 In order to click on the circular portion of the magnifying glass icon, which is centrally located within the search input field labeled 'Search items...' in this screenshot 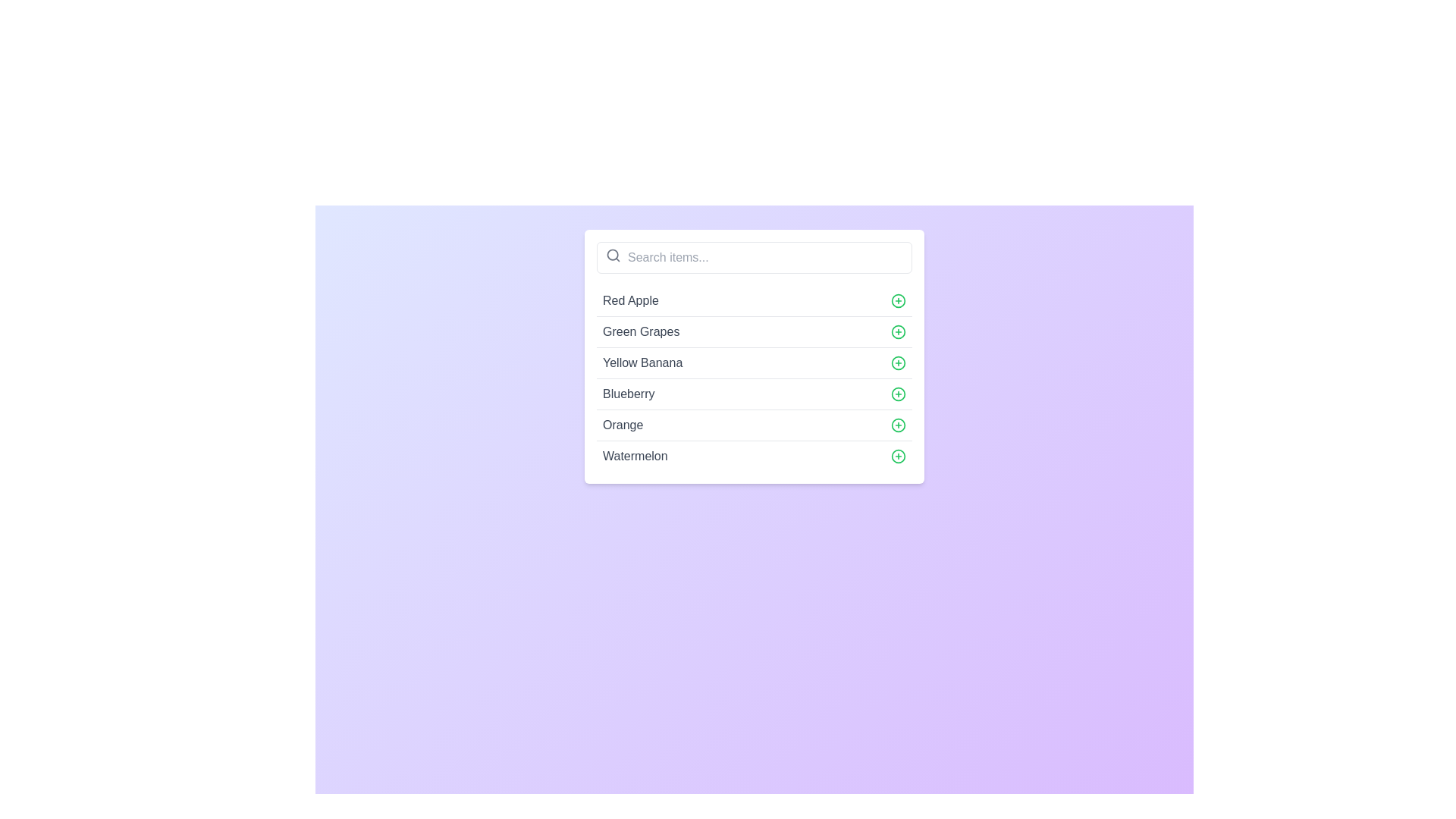, I will do `click(613, 254)`.